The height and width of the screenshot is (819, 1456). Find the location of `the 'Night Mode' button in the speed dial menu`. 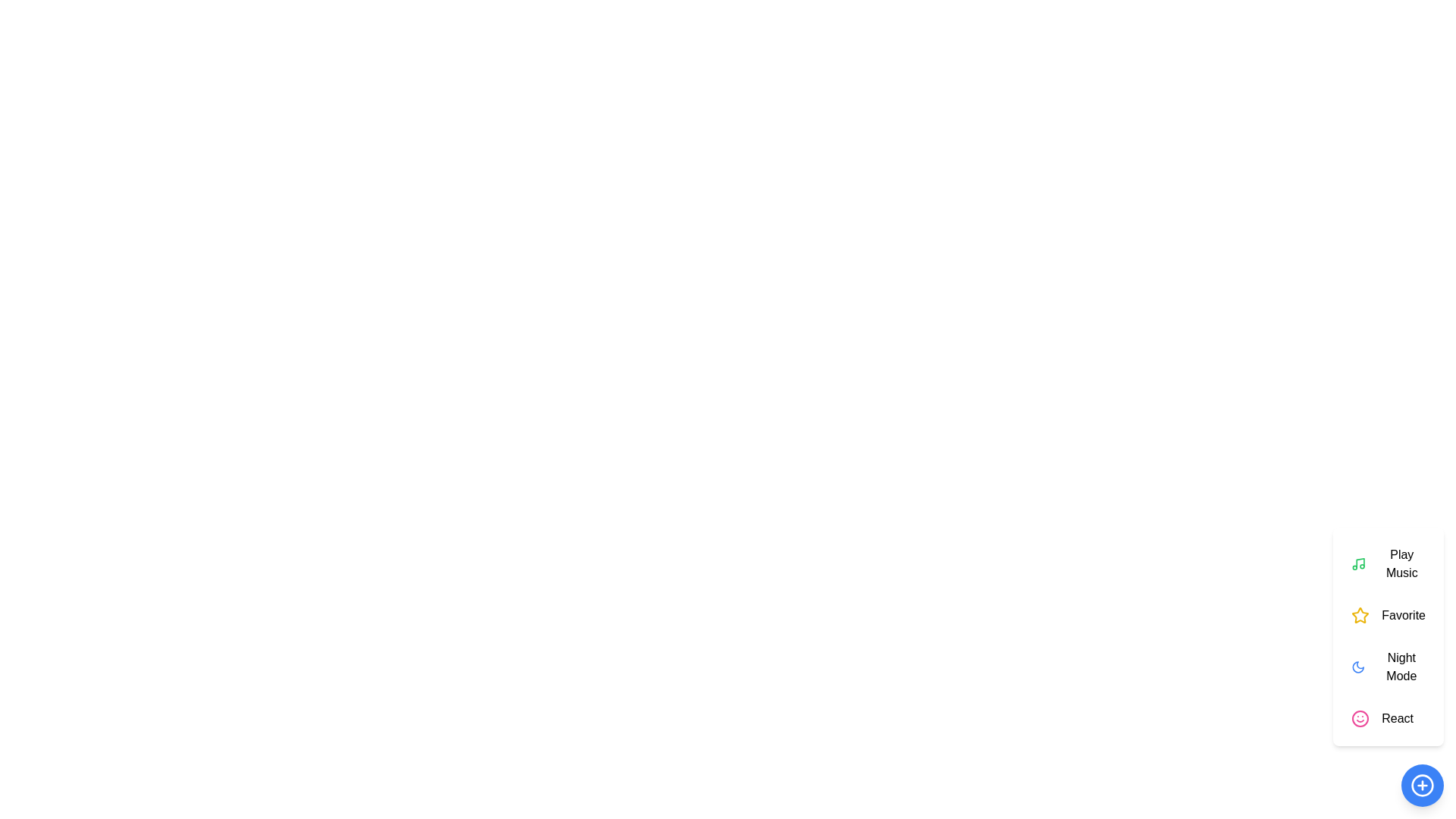

the 'Night Mode' button in the speed dial menu is located at coordinates (1388, 666).